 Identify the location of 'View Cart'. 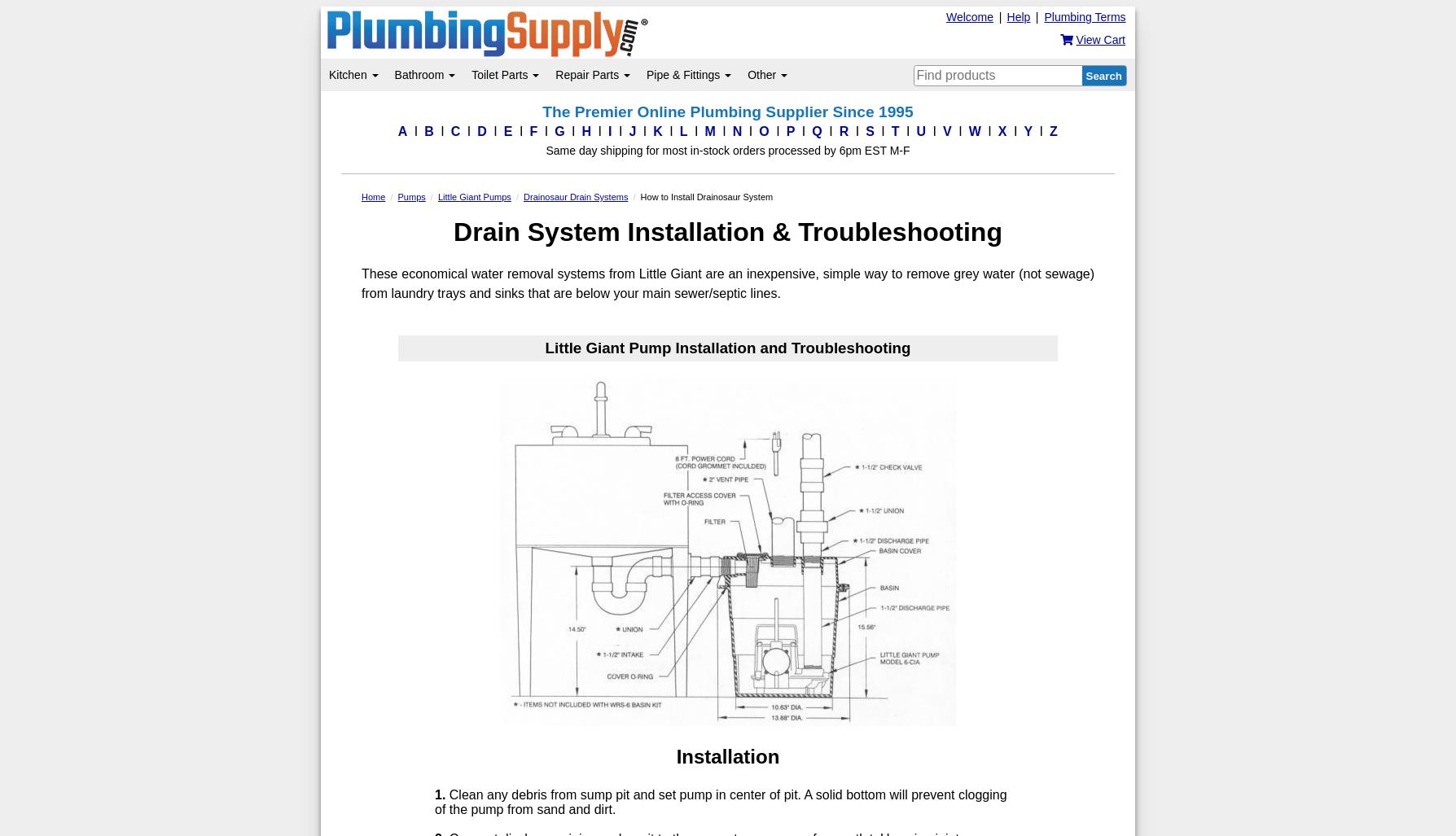
(1100, 39).